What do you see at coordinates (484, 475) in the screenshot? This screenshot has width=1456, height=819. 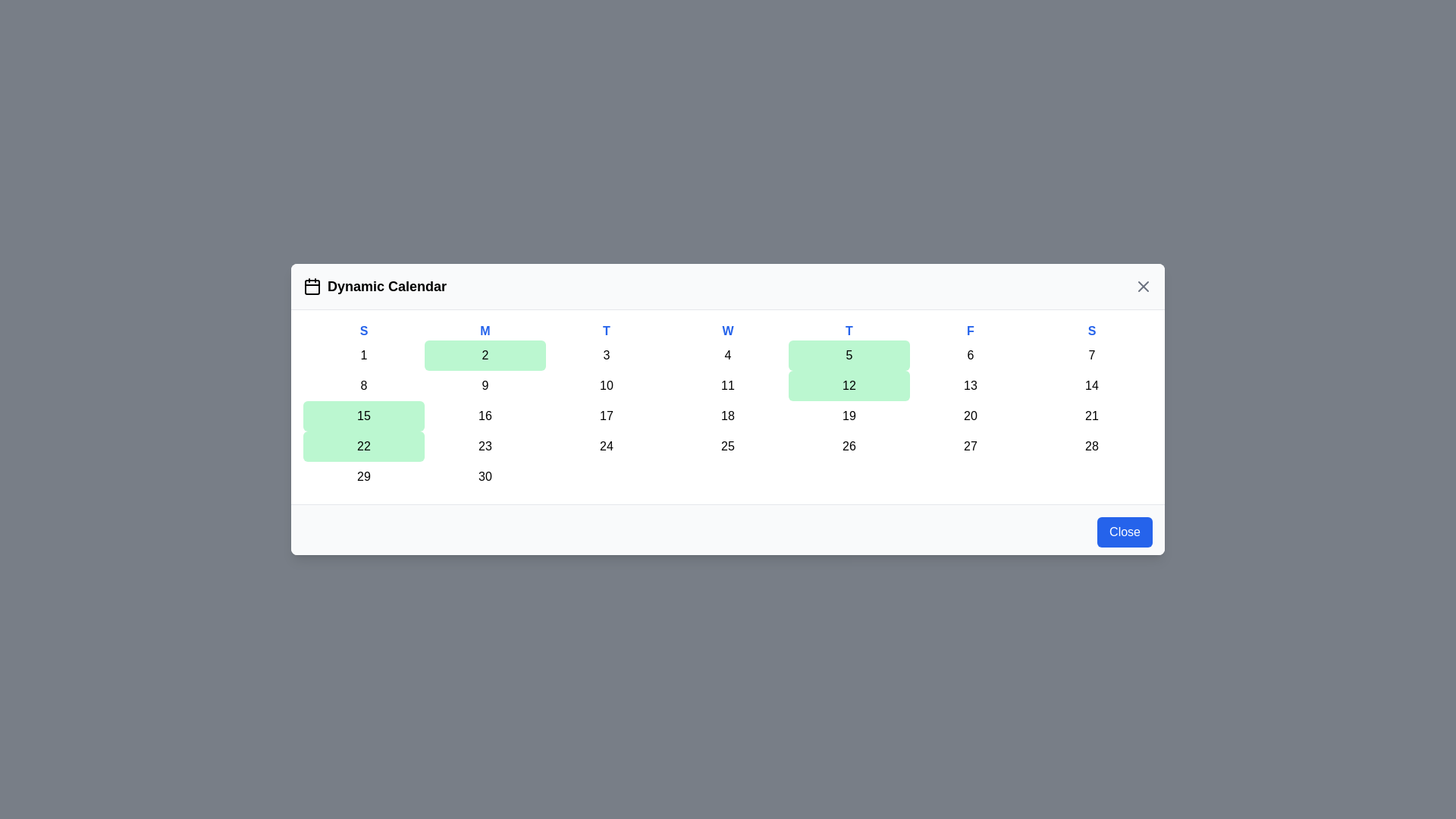 I see `the day cell corresponding to 30` at bounding box center [484, 475].